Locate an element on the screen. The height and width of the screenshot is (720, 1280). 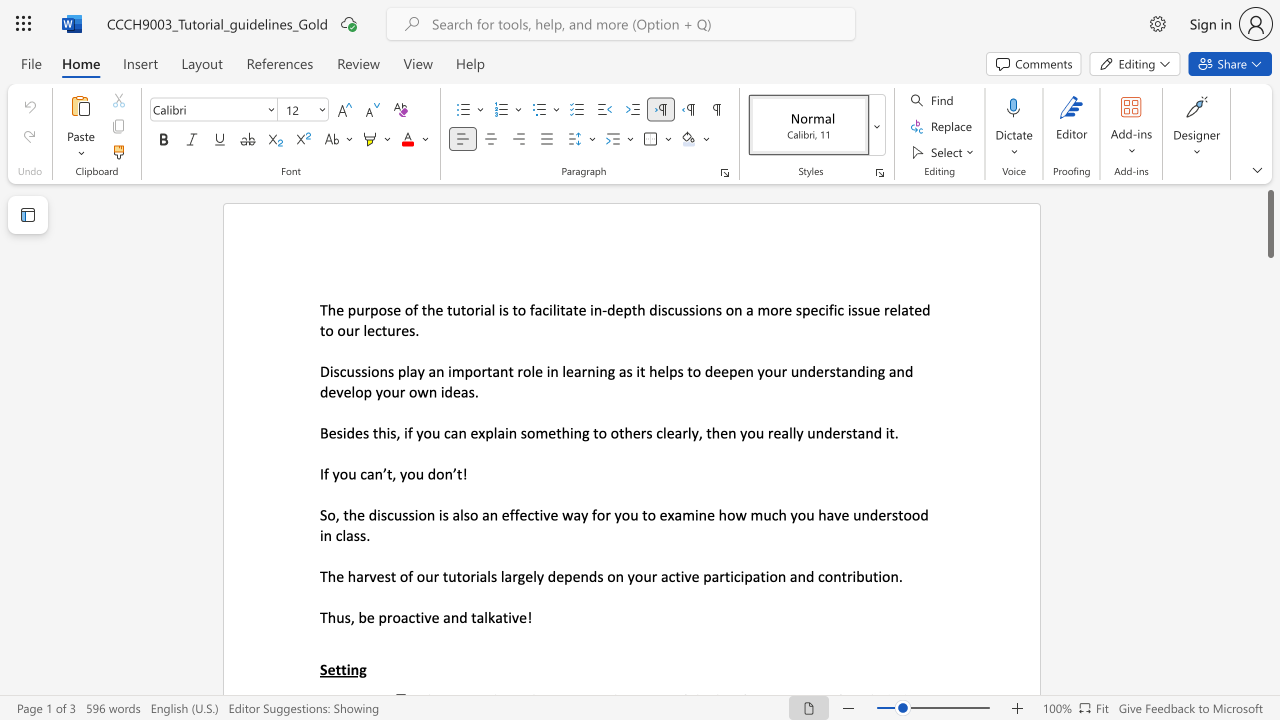
the scrollbar on the side is located at coordinates (1269, 480).